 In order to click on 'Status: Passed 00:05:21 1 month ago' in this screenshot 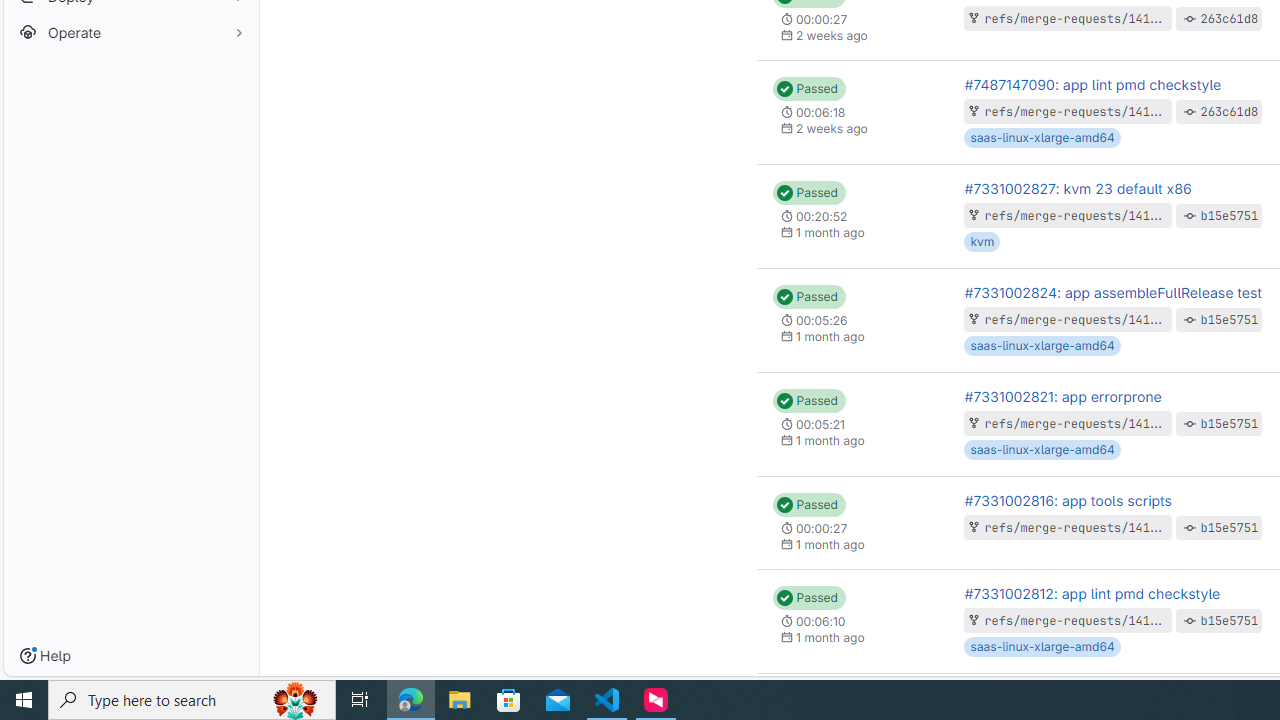, I will do `click(852, 423)`.